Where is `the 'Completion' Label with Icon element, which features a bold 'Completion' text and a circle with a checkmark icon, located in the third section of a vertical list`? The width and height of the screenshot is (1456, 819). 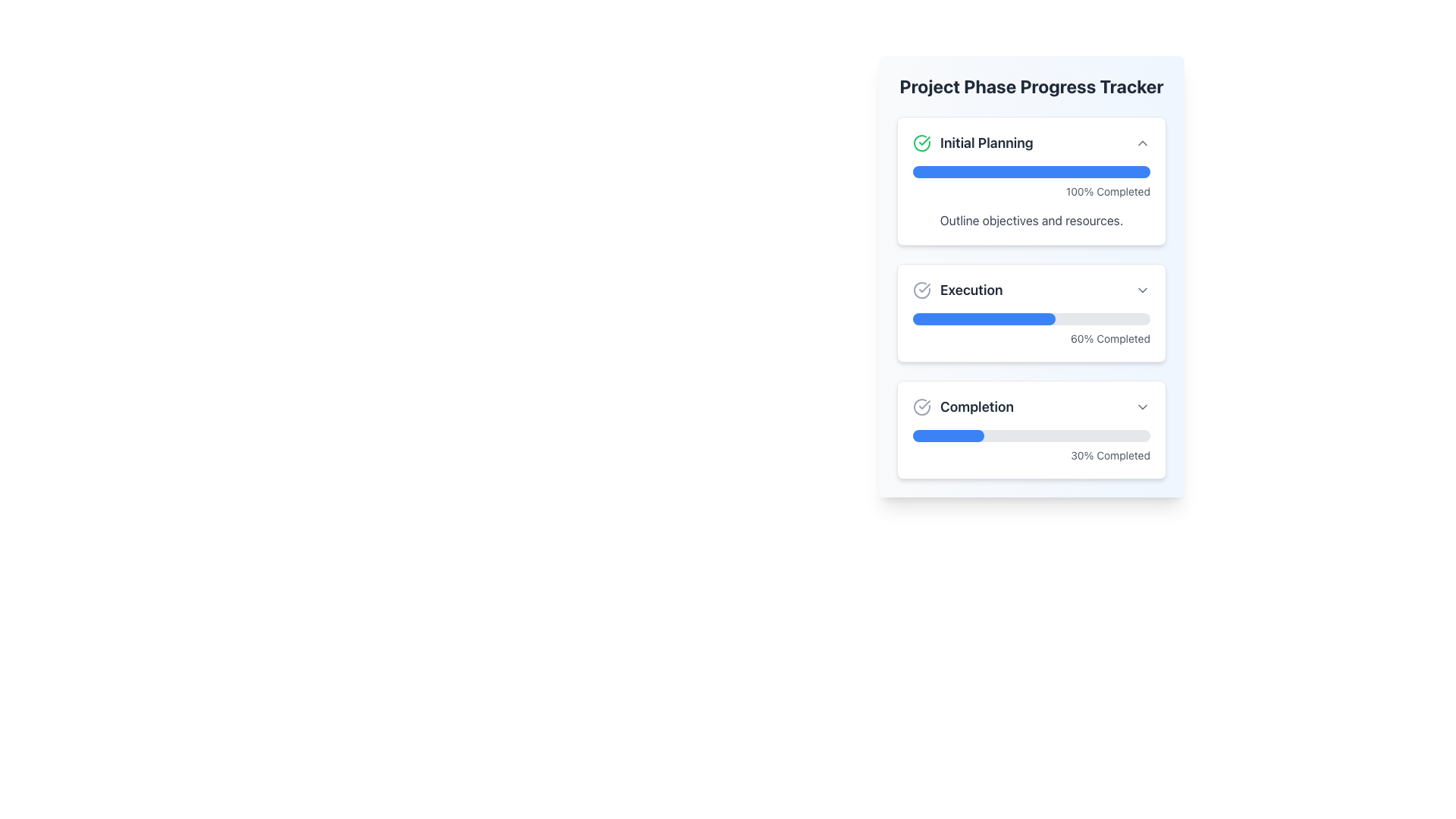 the 'Completion' Label with Icon element, which features a bold 'Completion' text and a circle with a checkmark icon, located in the third section of a vertical list is located at coordinates (962, 406).